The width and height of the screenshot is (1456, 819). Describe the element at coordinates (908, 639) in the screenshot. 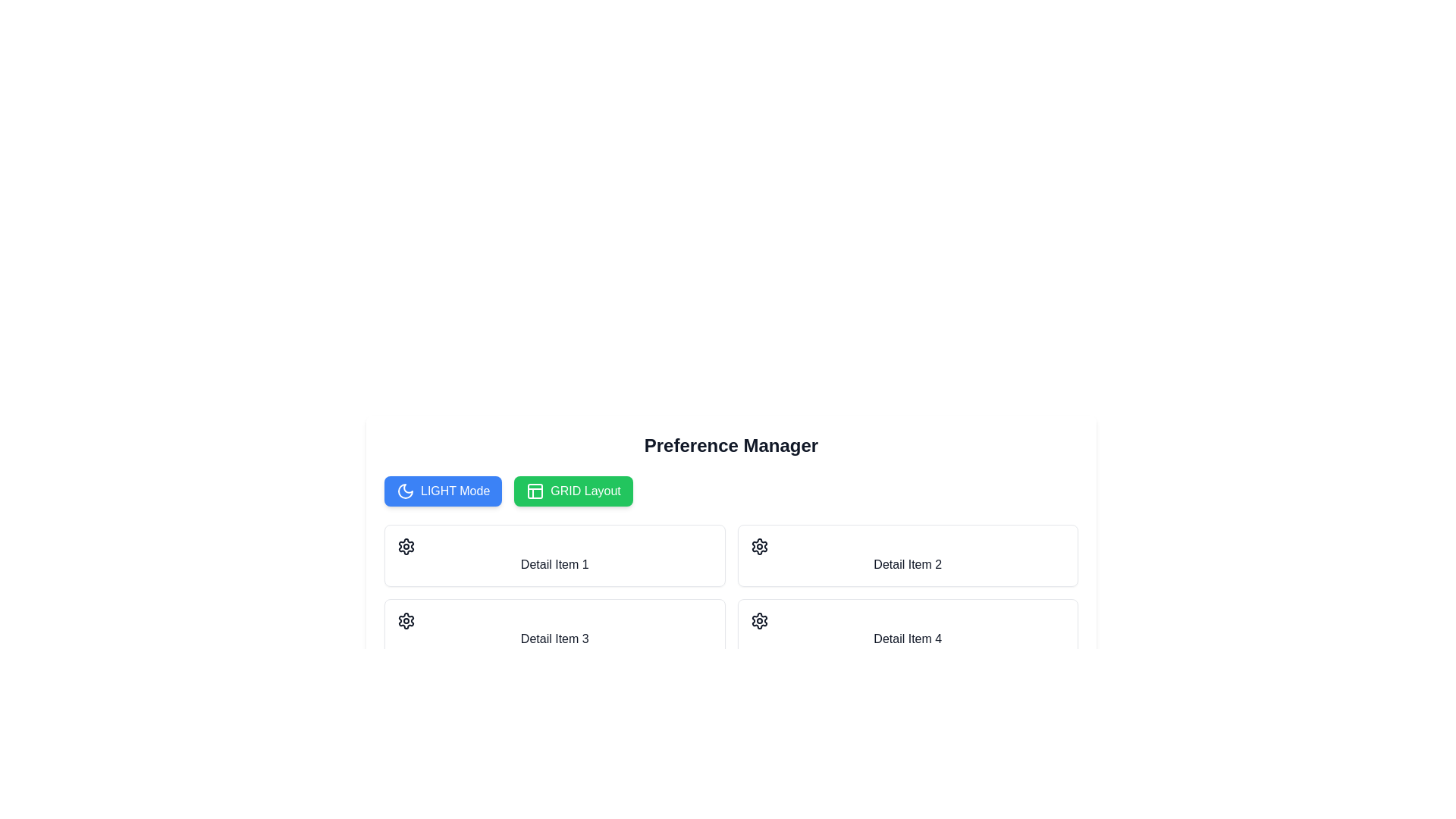

I see `the text label located at the bottom of the fourth item in the grid layout under the 'Preference Manager' section, which serves as a title or identifier for its associated grid item` at that location.